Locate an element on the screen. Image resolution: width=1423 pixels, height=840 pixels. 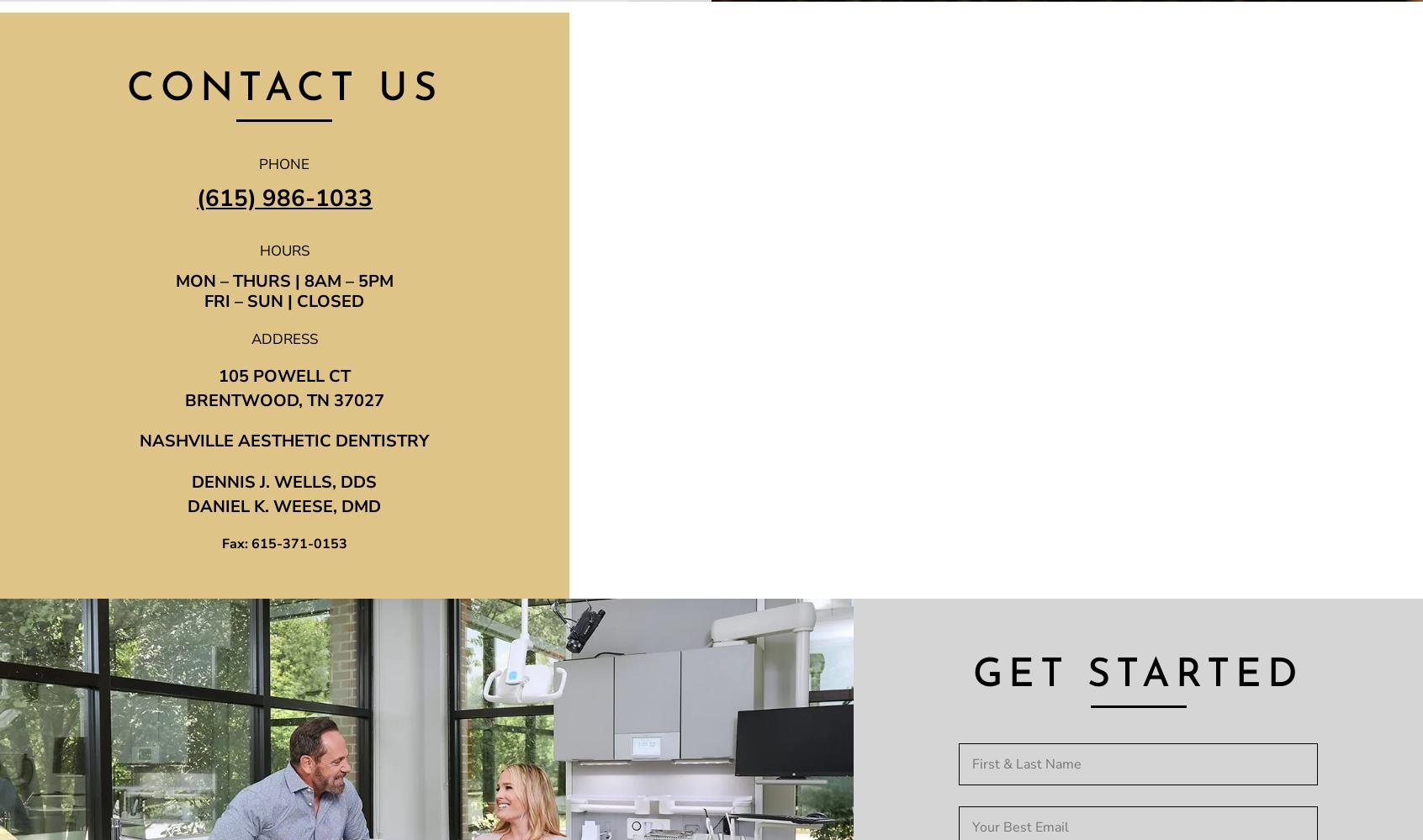
'Contact Us' is located at coordinates (283, 89).